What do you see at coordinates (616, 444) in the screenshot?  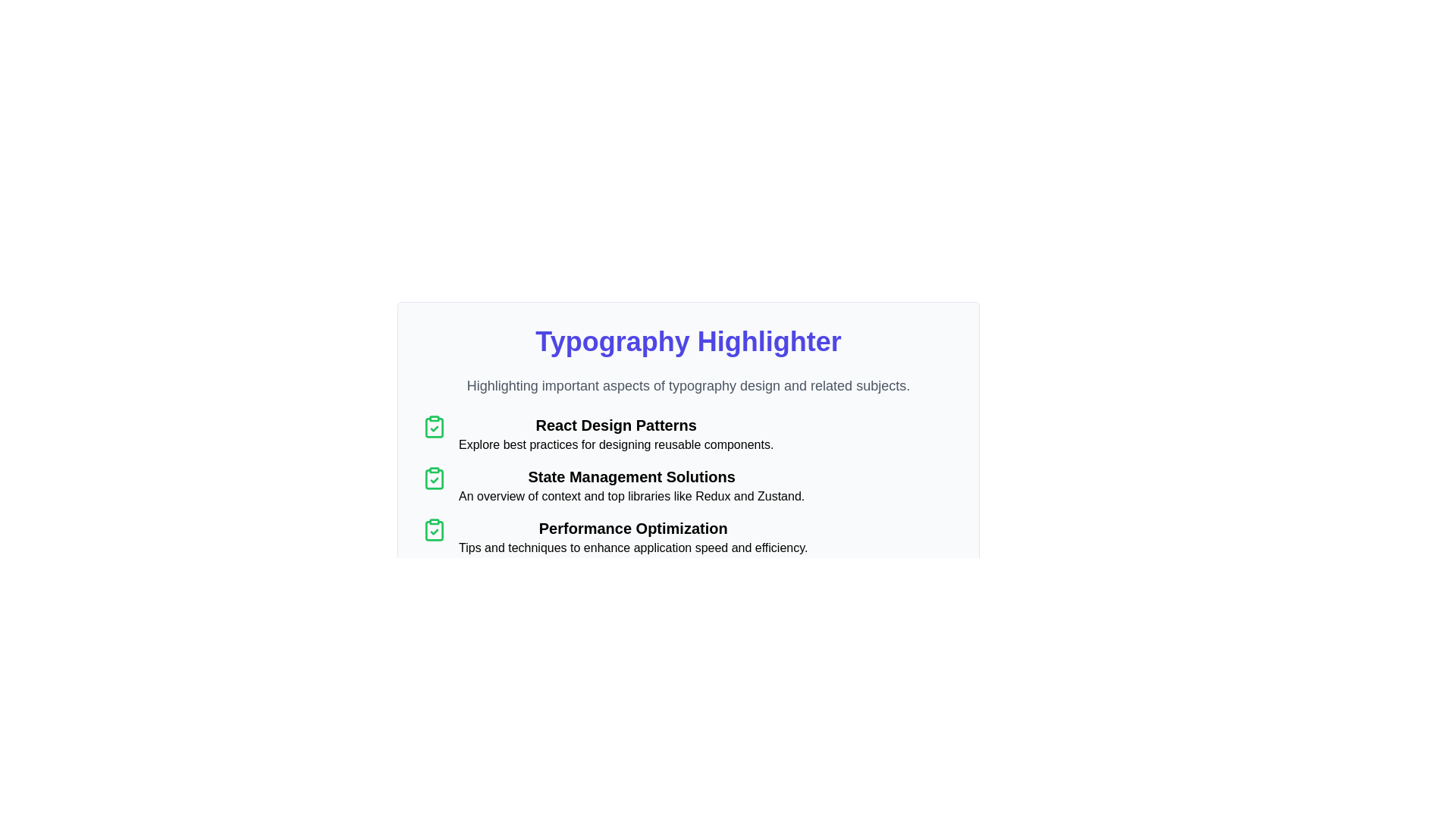 I see `the informational text that provides context for the title 'React Design Patterns', located directly below the title in a vertically arranged list, distinguished by a lighter font weight and smaller size` at bounding box center [616, 444].